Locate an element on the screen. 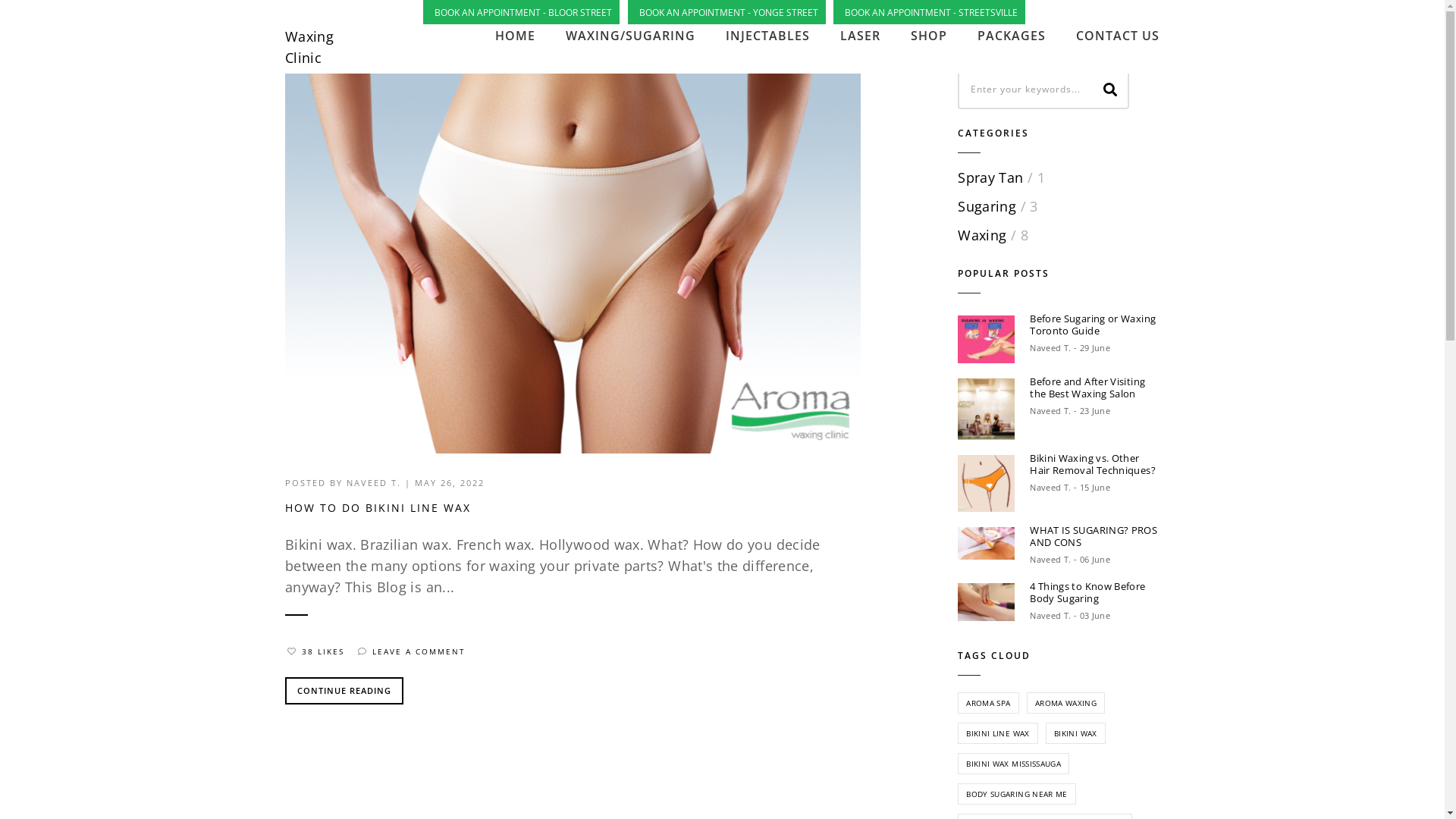 This screenshot has height=819, width=1456. 'Leg sugaring Toronto' is located at coordinates (986, 601).